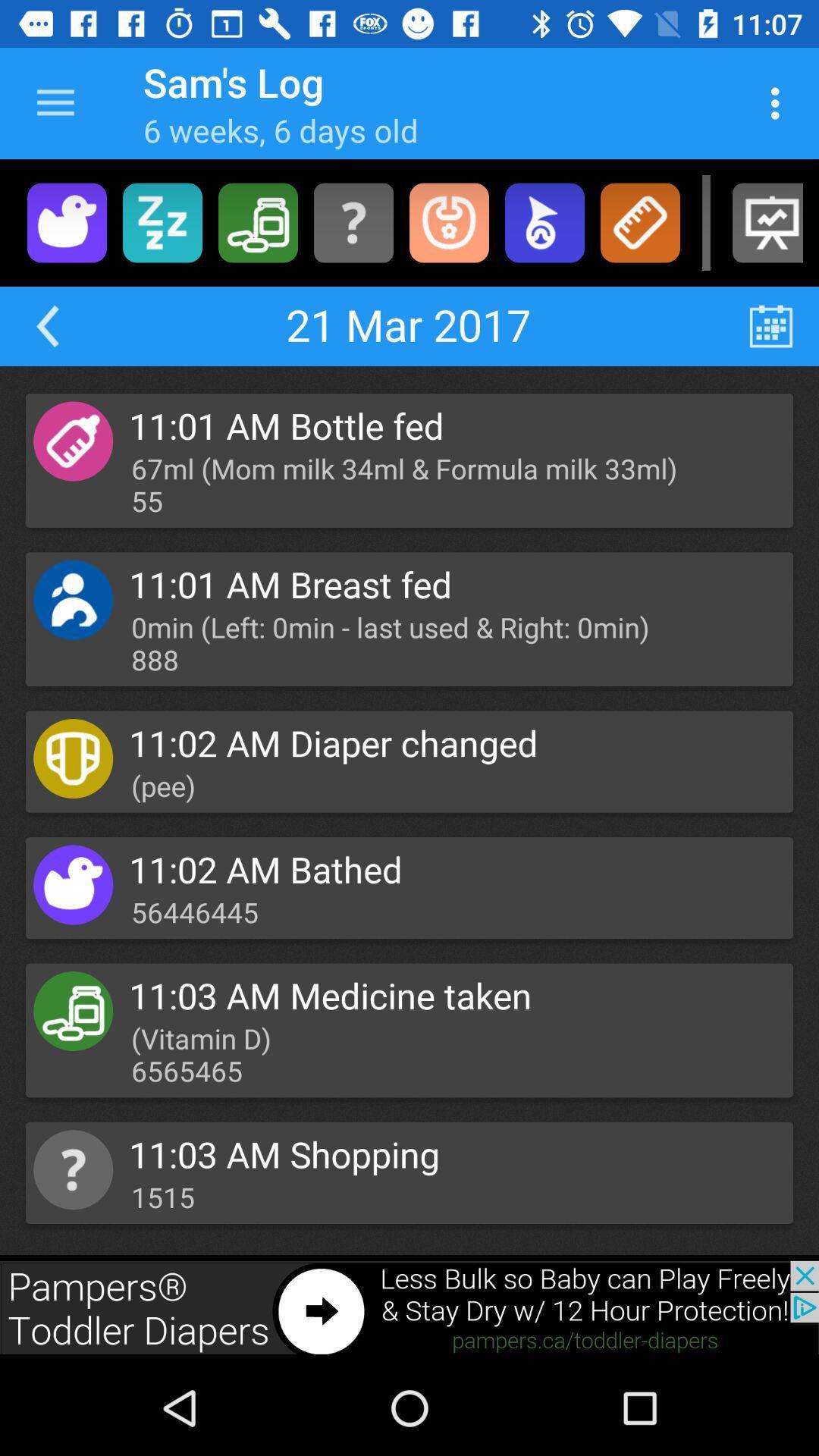 This screenshot has width=819, height=1456. What do you see at coordinates (771, 325) in the screenshot?
I see `open calendar` at bounding box center [771, 325].